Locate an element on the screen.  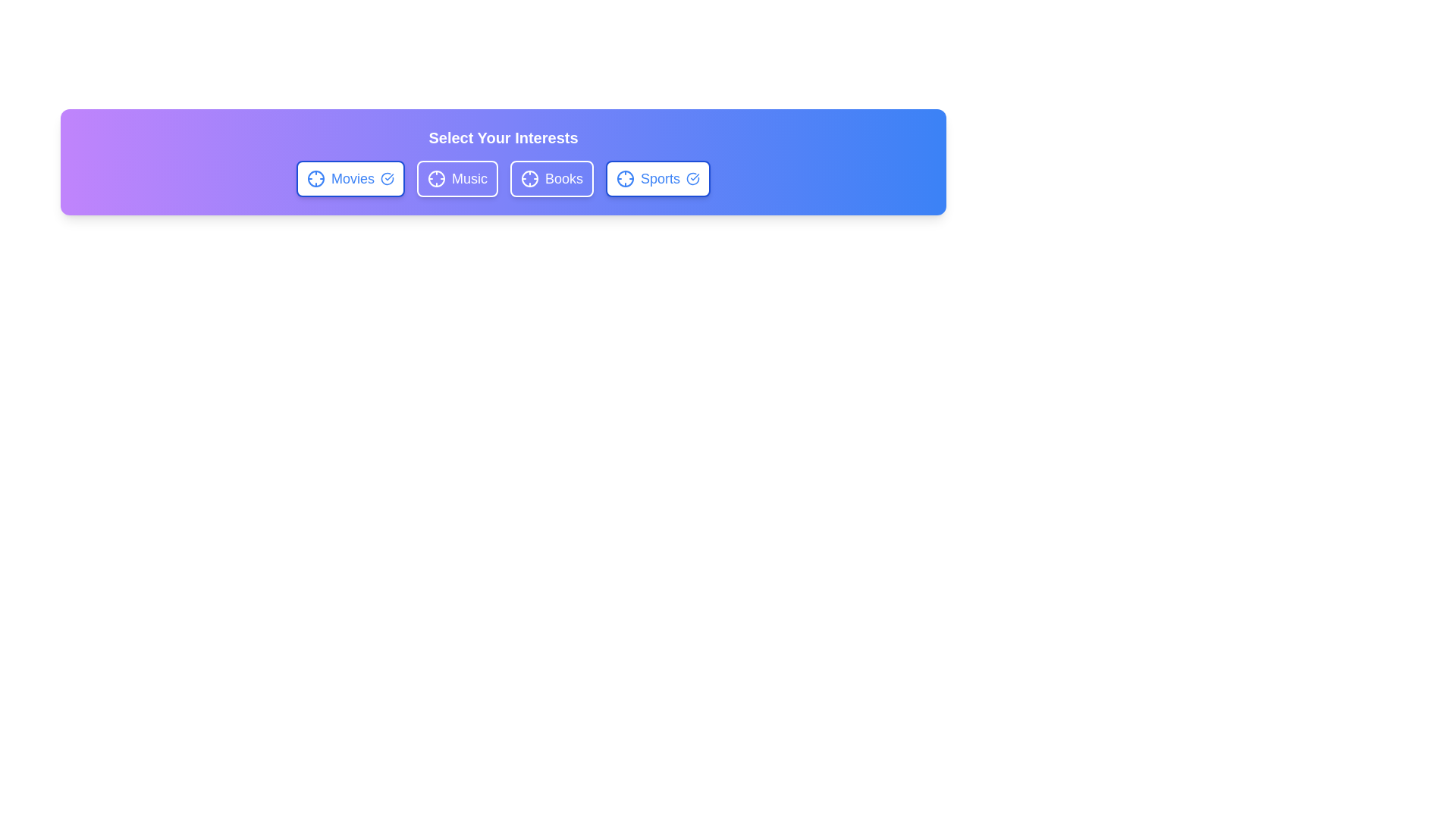
the 'Music' chip to toggle its state is located at coordinates (457, 177).